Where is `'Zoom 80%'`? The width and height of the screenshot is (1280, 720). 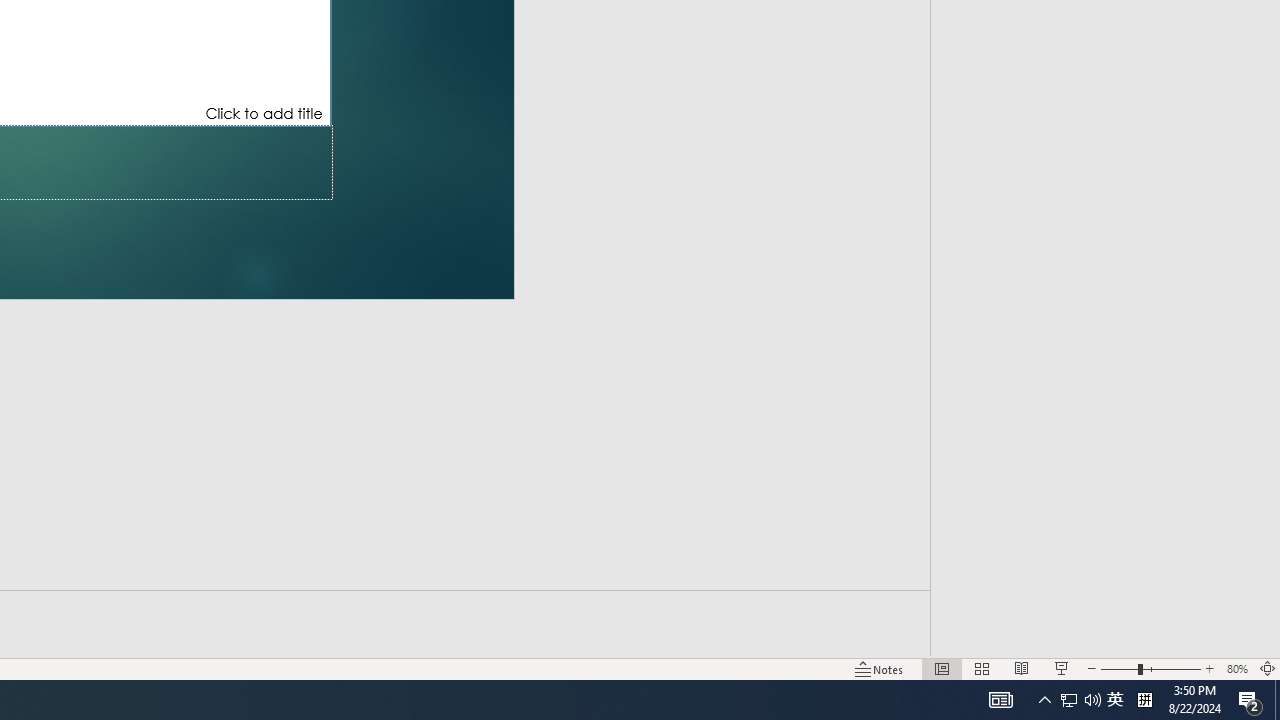
'Zoom 80%' is located at coordinates (1236, 669).